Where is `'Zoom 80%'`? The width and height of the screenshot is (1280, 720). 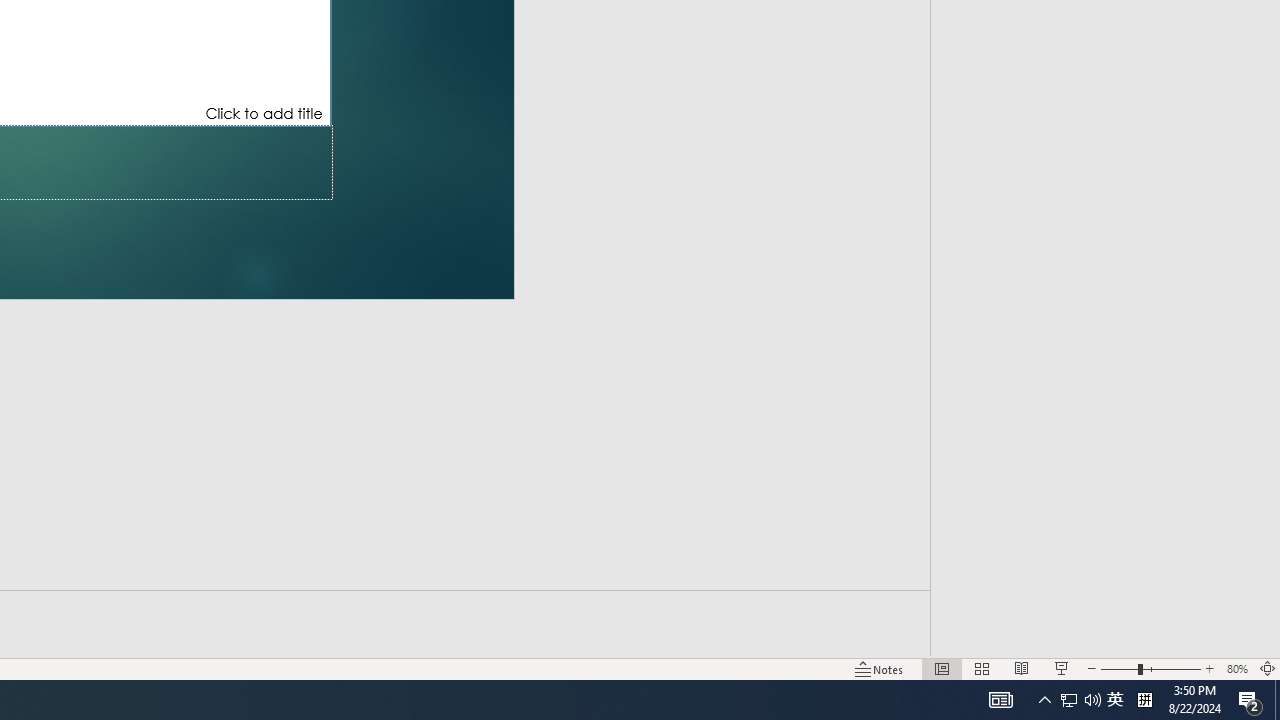
'Zoom 80%' is located at coordinates (1236, 669).